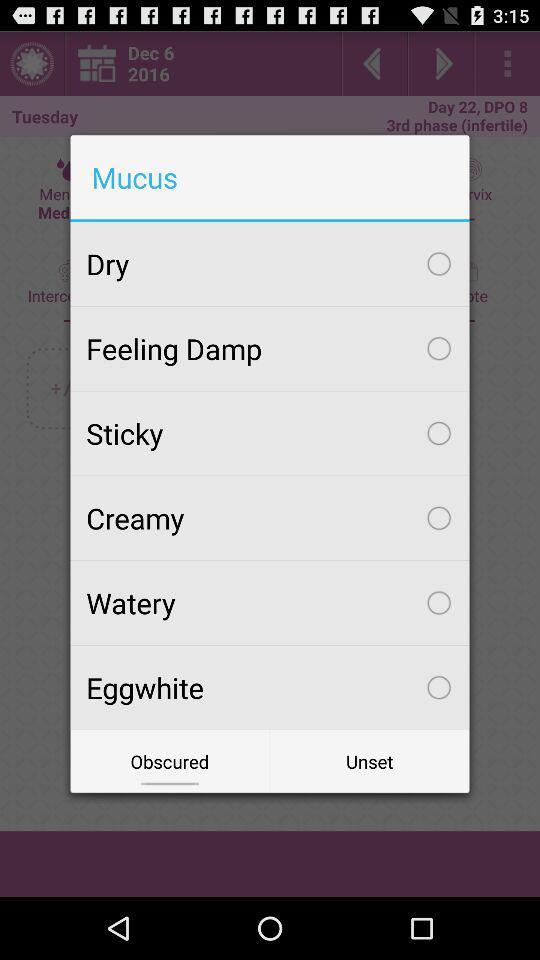  What do you see at coordinates (270, 517) in the screenshot?
I see `checkbox above the watery` at bounding box center [270, 517].